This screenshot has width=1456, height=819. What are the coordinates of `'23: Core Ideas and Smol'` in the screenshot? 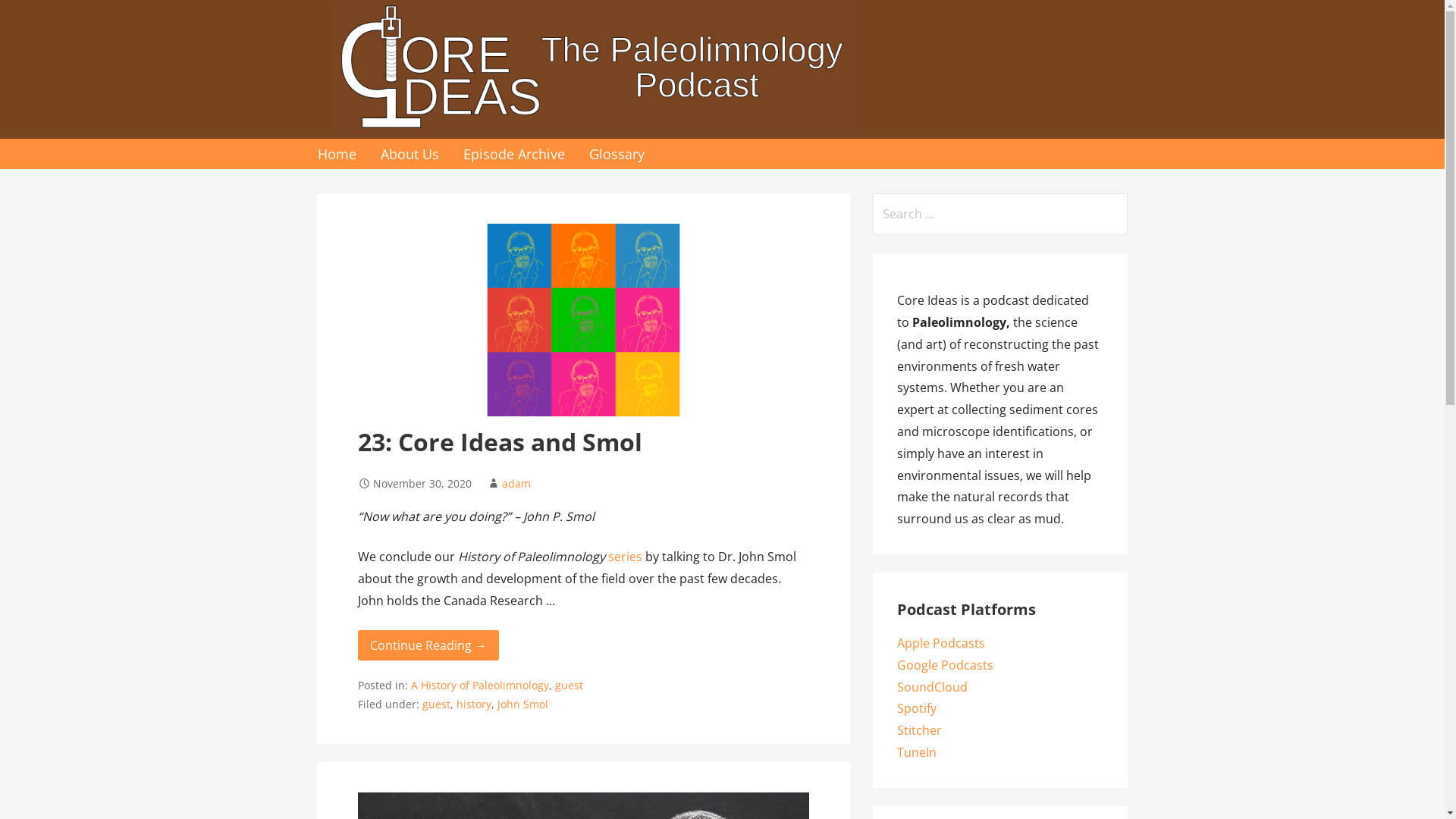 It's located at (500, 441).